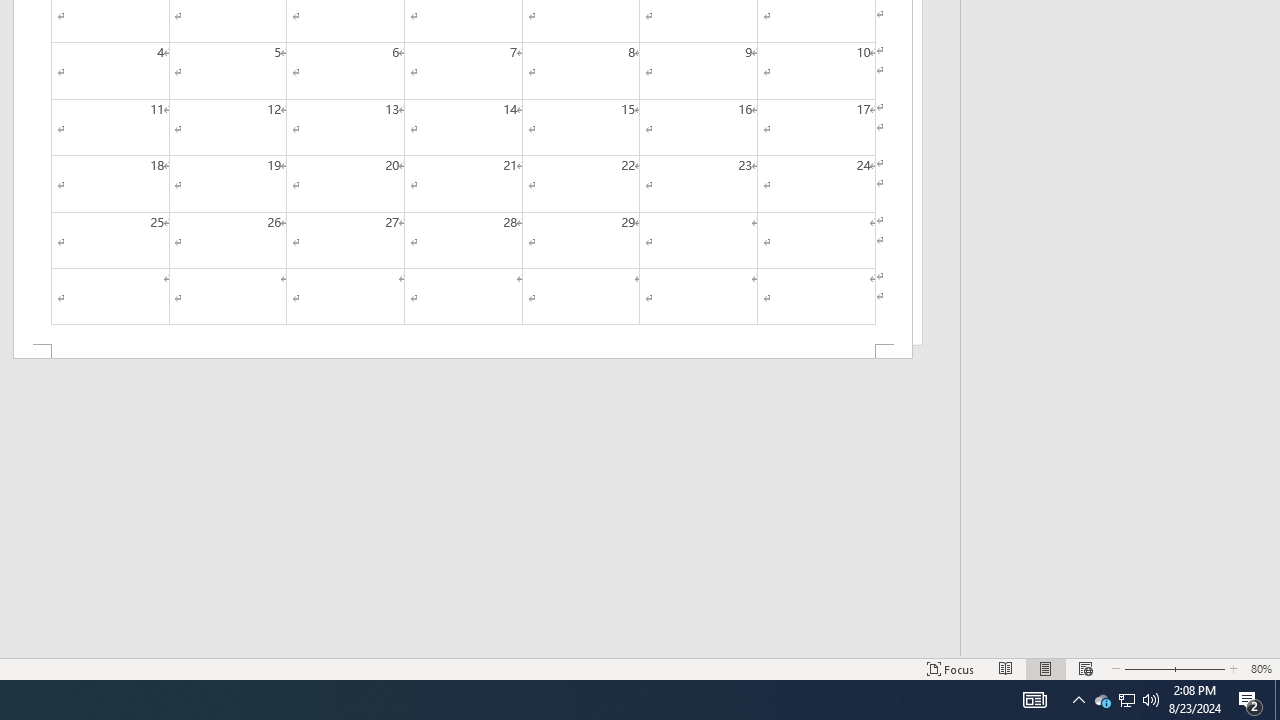 The image size is (1280, 720). Describe the element at coordinates (1006, 669) in the screenshot. I see `'Read Mode'` at that location.